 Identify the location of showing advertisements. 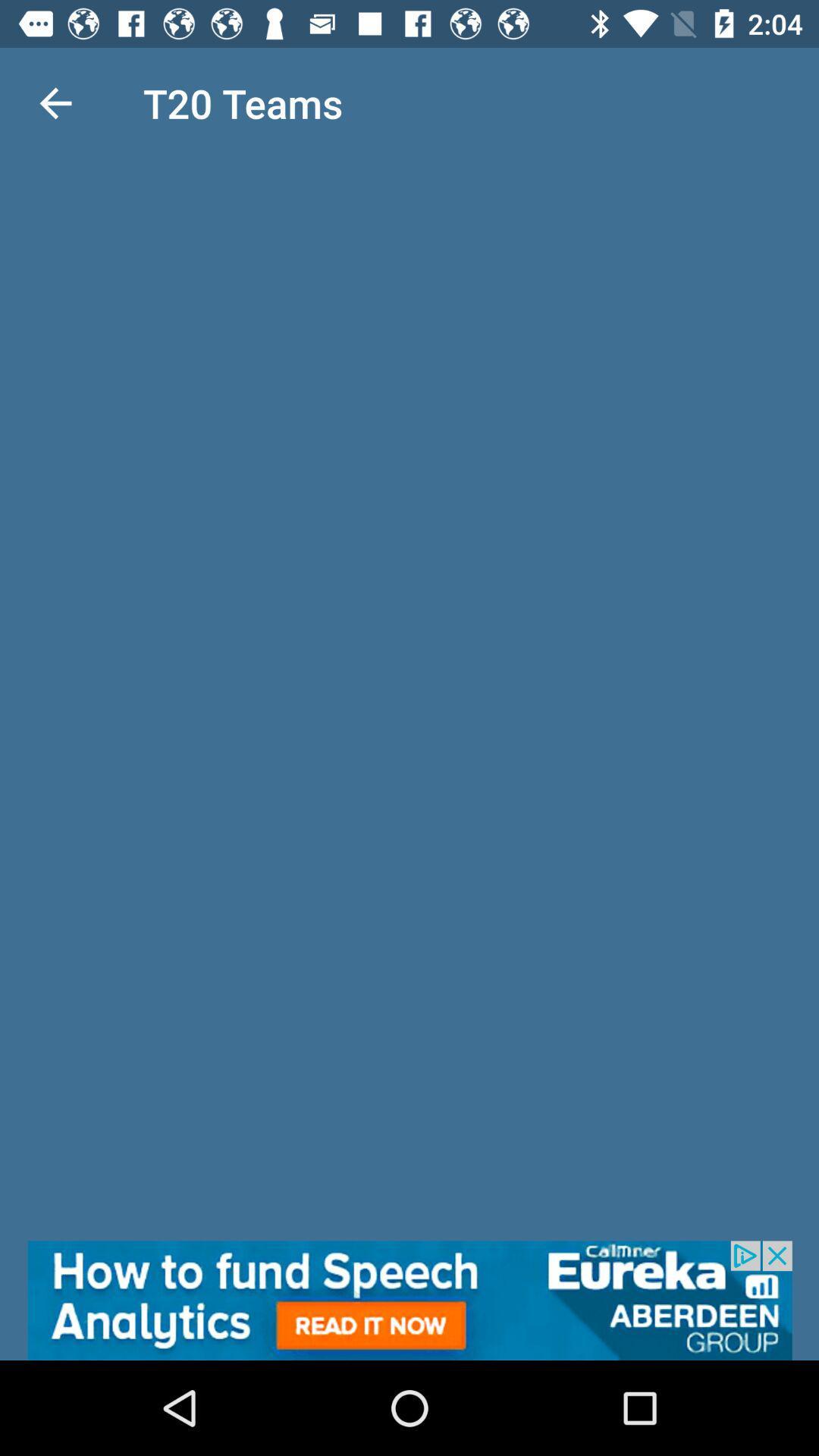
(409, 1300).